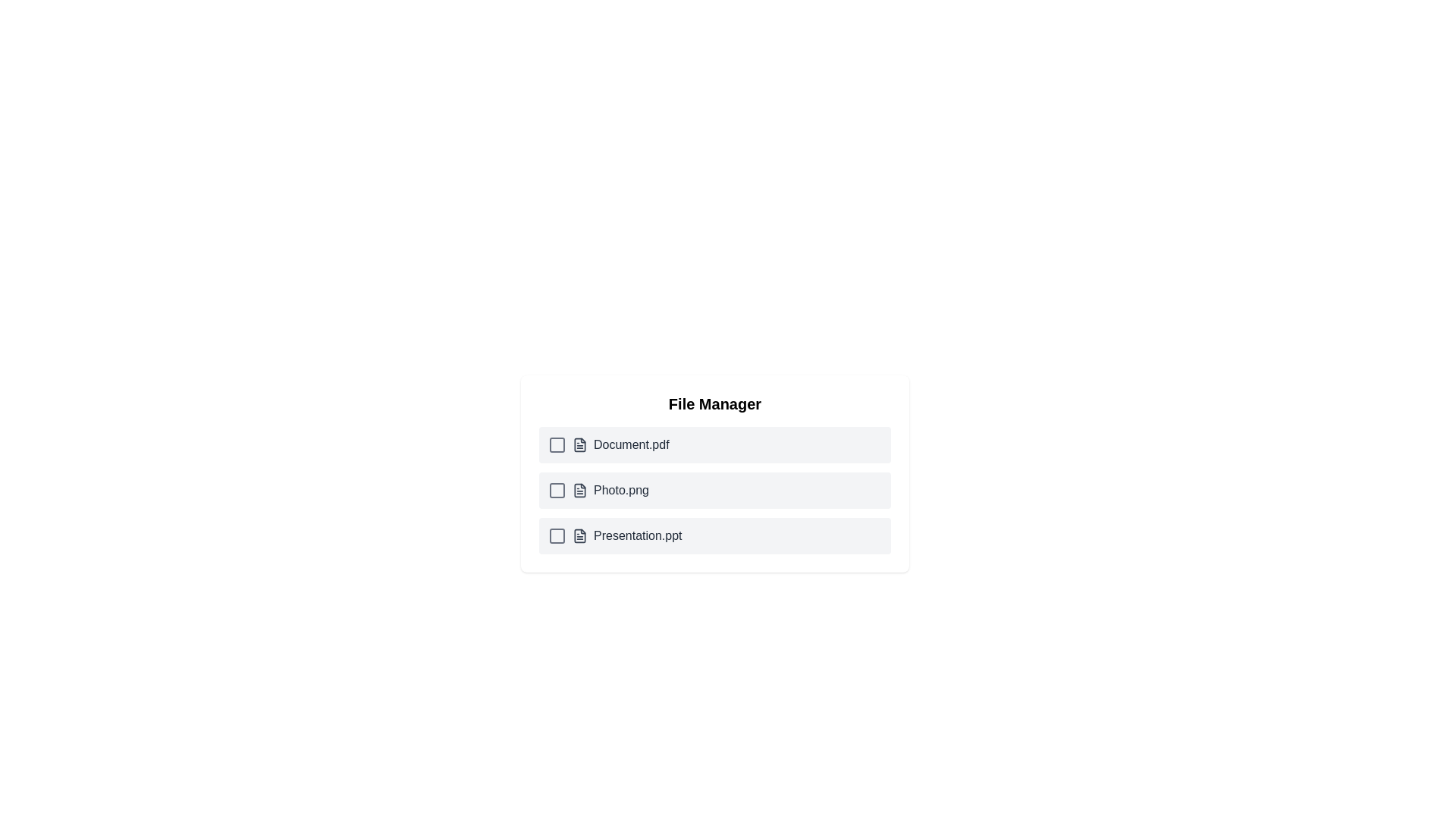 The width and height of the screenshot is (1456, 819). What do you see at coordinates (556, 491) in the screenshot?
I see `the small, gray, rounded square icon located to the left of the label 'Photo.png' in the second item of the list in the file manager interface` at bounding box center [556, 491].